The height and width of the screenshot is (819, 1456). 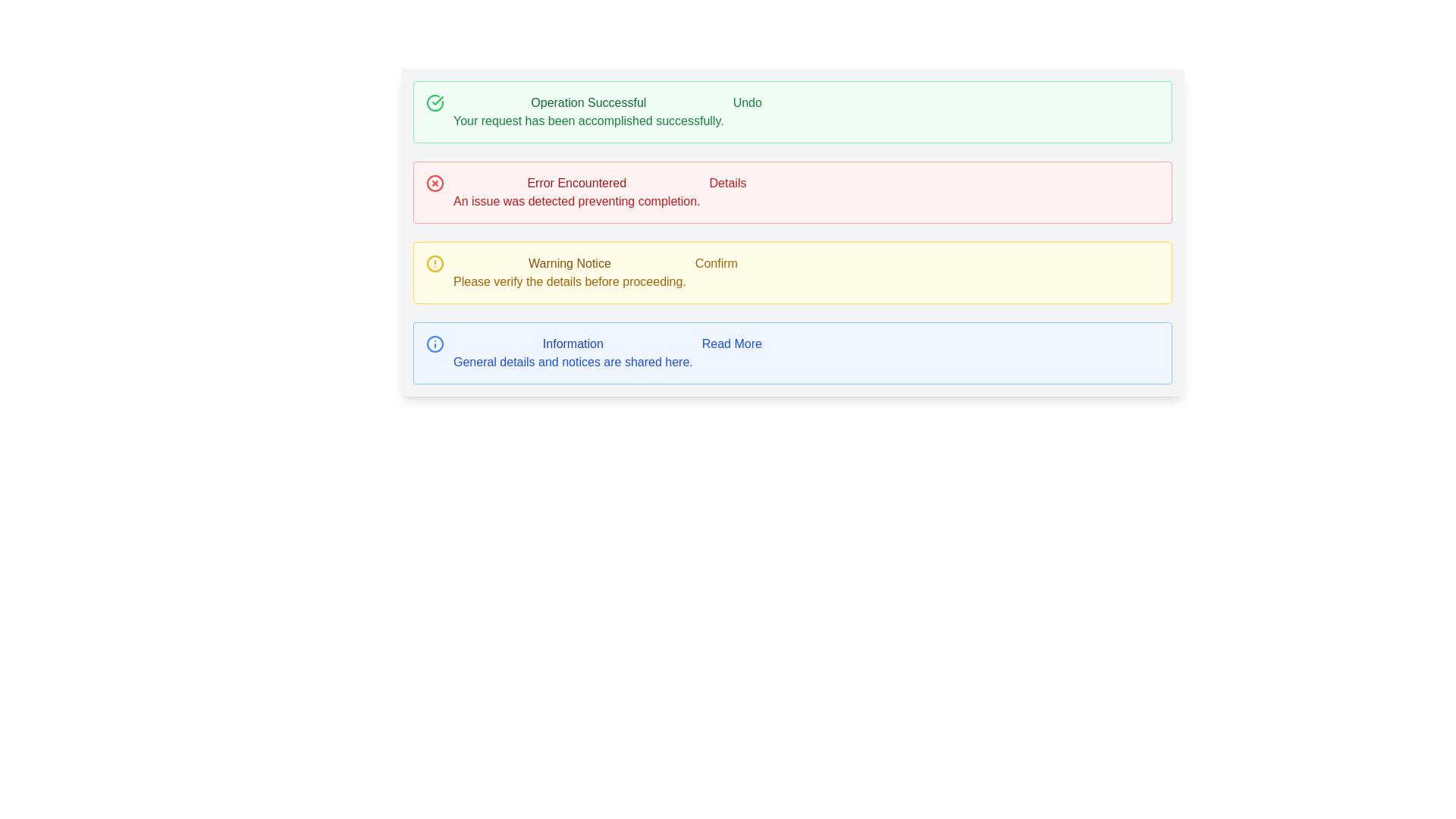 What do you see at coordinates (435, 344) in the screenshot?
I see `the circular element with a blue outline that is part of the informational icon located at the center of the blue-bordered block below the three similar blocks labeled 'Information'` at bounding box center [435, 344].